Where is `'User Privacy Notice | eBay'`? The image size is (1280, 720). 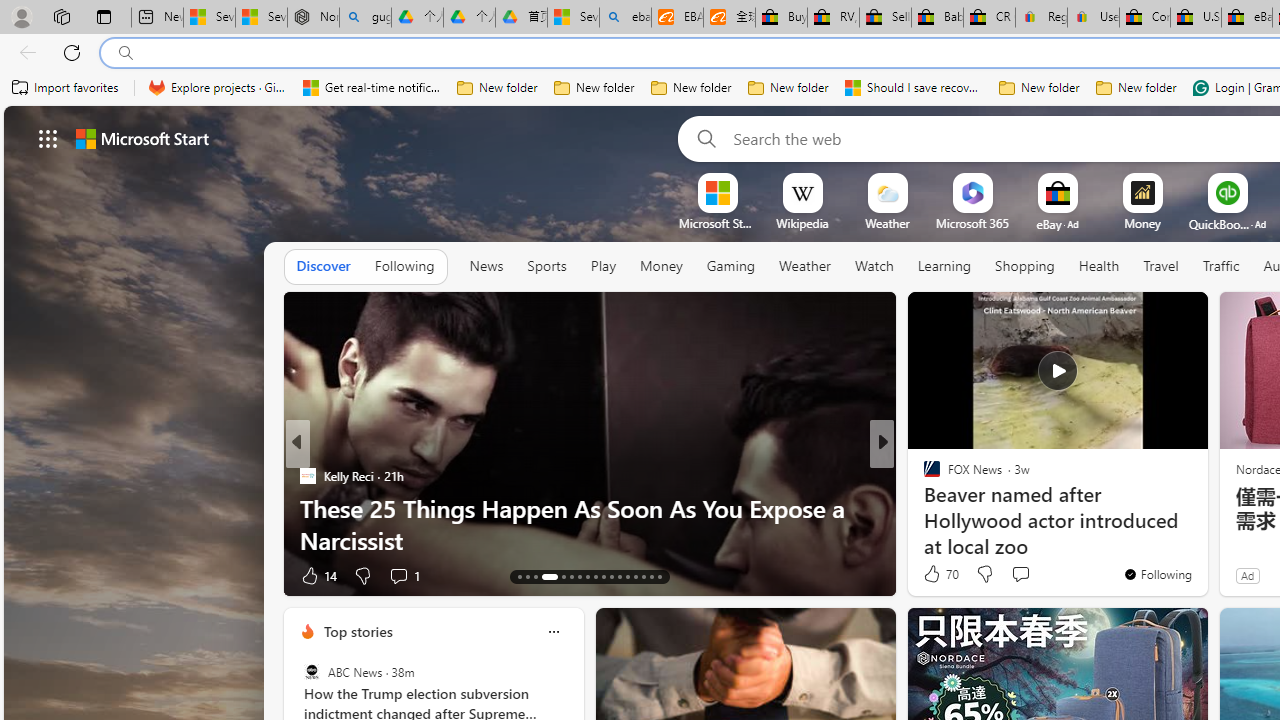
'User Privacy Notice | eBay' is located at coordinates (1092, 17).